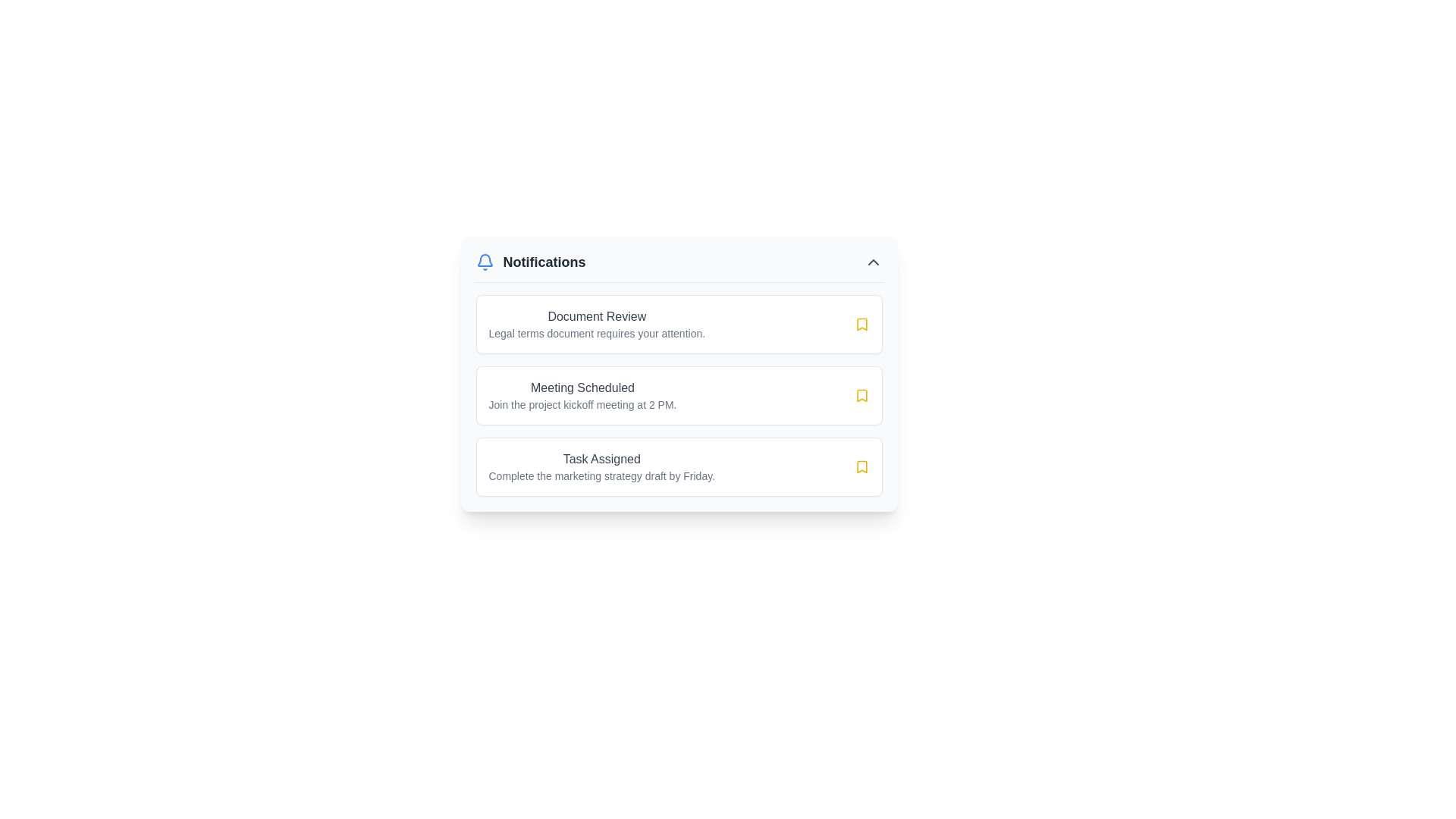 Image resolution: width=1456 pixels, height=819 pixels. I want to click on the bookmark icon located at the right end of the 'Document Review' notification card with the subtext 'Legal terms document requires your attention.', so click(861, 324).